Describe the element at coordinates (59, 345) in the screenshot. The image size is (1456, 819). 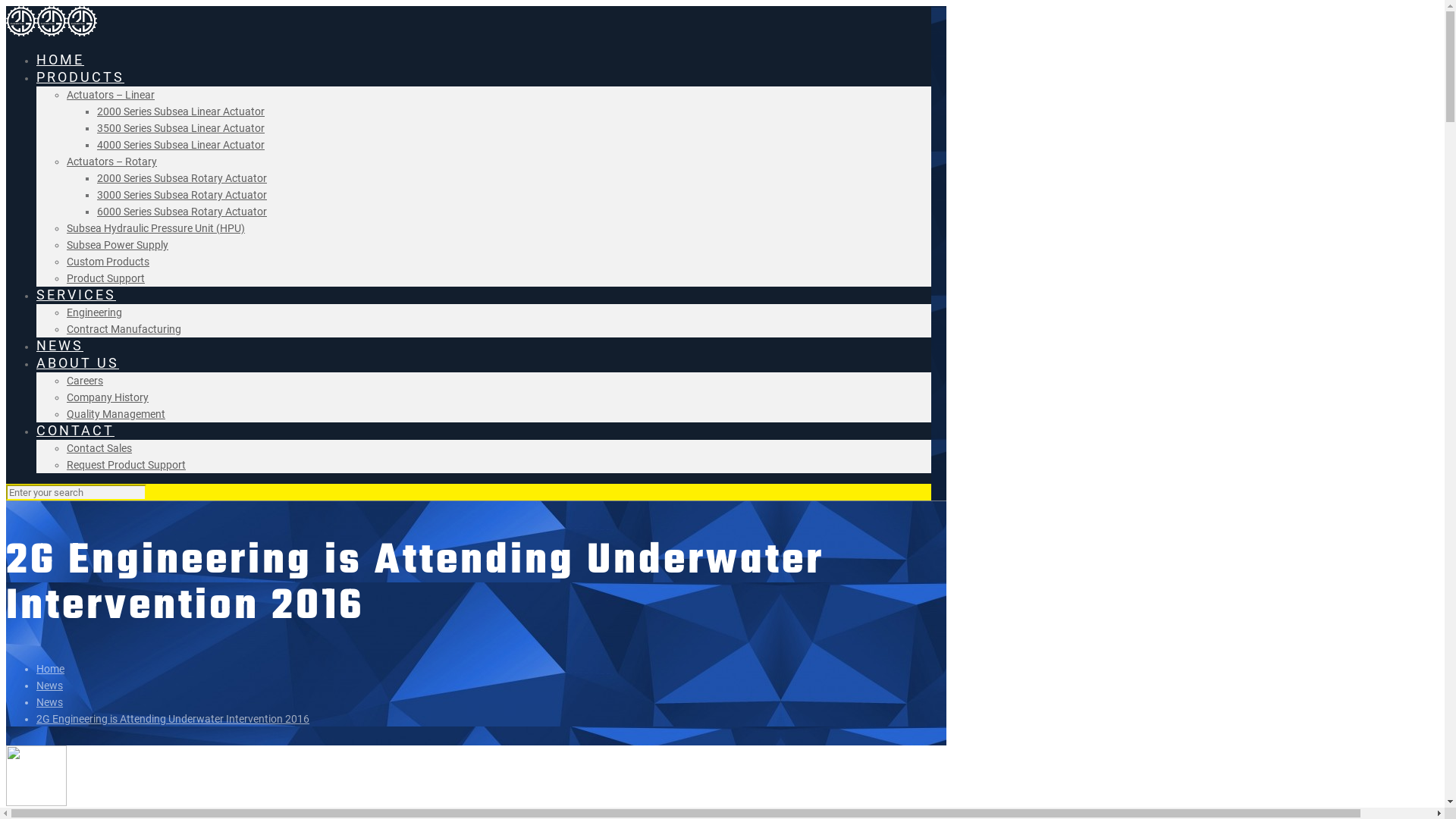
I see `'NEWS'` at that location.